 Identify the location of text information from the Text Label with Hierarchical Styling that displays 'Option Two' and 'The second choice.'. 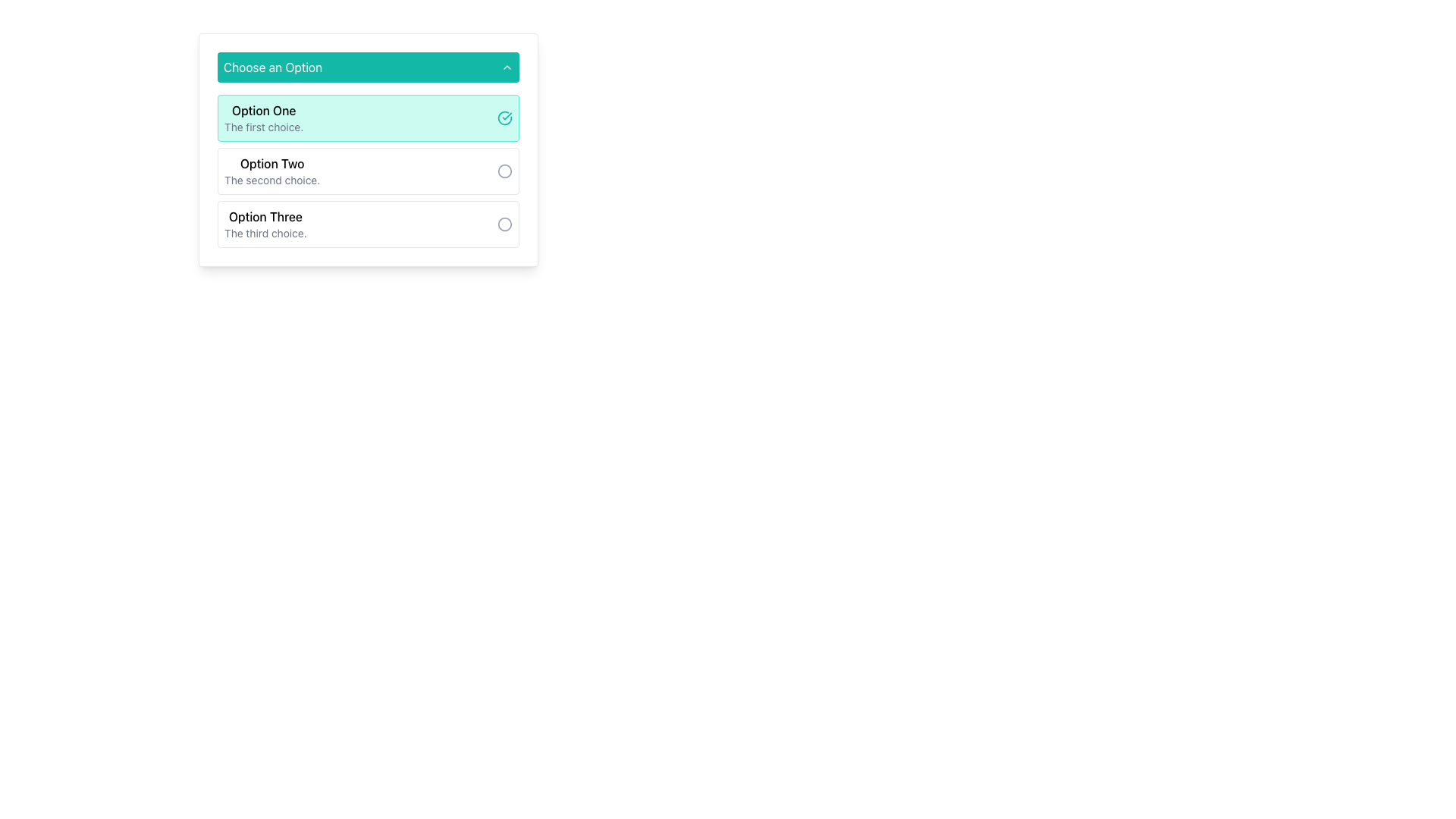
(272, 171).